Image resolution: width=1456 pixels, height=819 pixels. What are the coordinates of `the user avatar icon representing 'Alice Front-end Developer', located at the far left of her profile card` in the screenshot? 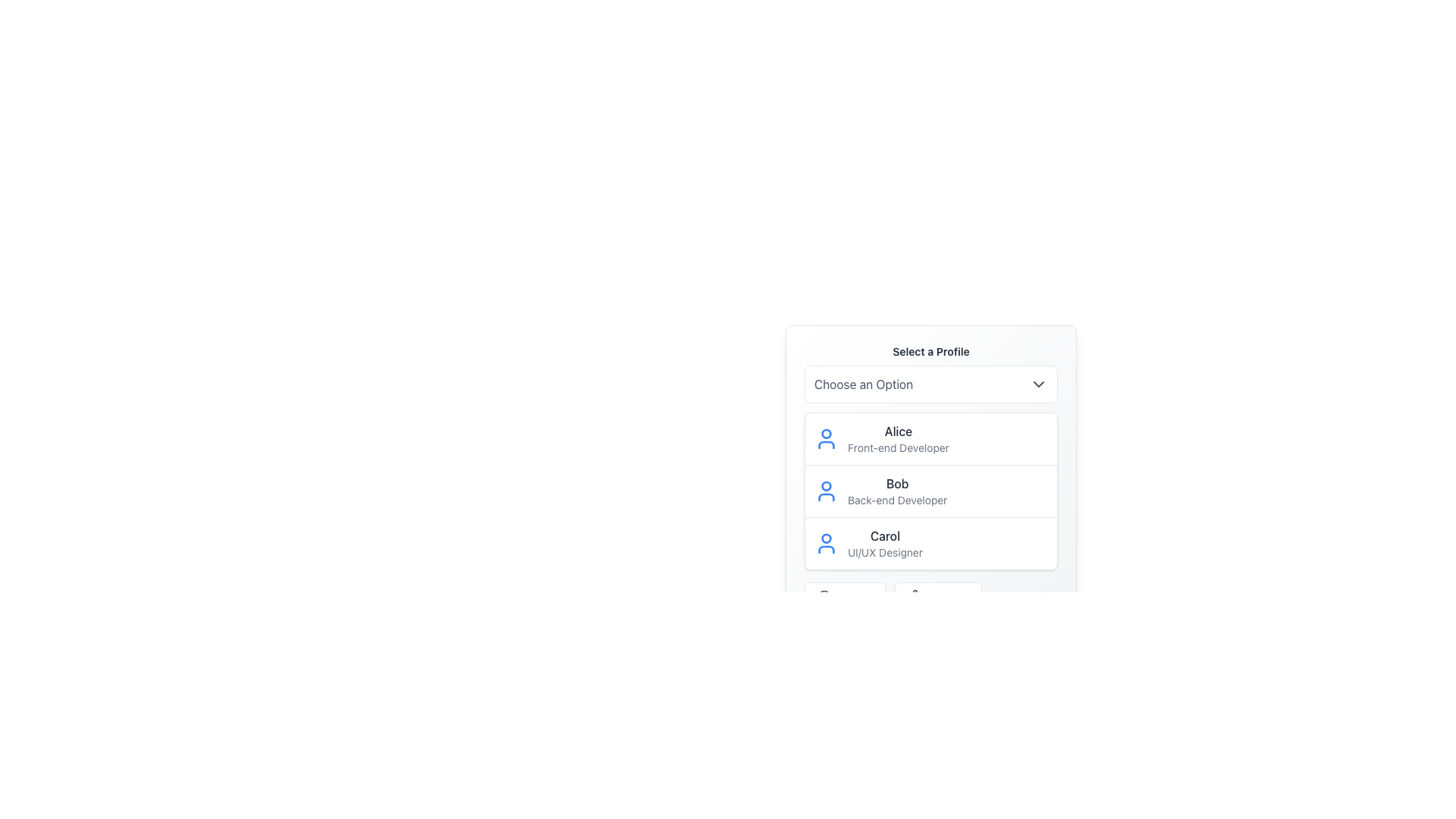 It's located at (825, 438).